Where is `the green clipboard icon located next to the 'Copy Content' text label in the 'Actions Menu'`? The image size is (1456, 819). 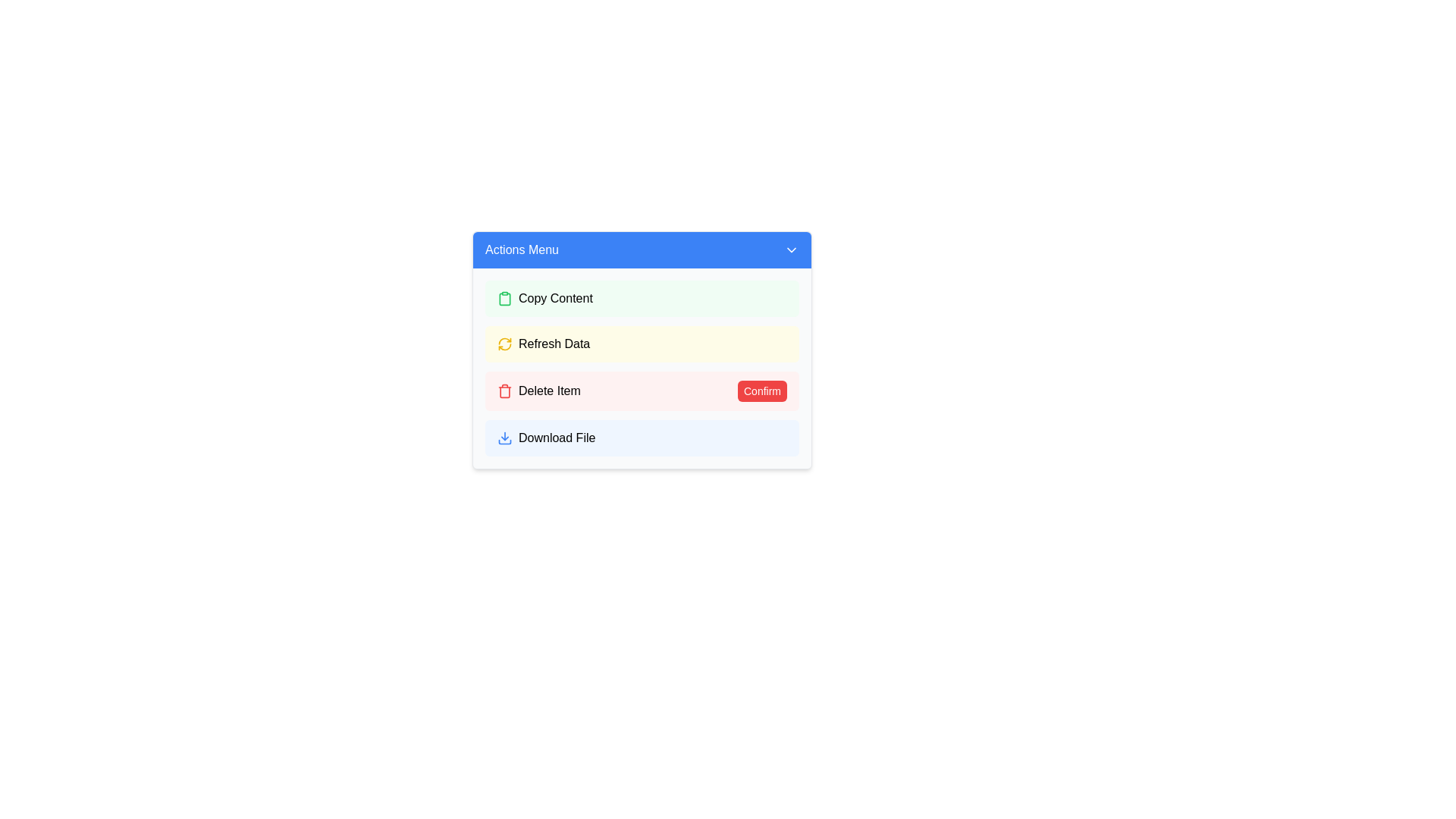
the green clipboard icon located next to the 'Copy Content' text label in the 'Actions Menu' is located at coordinates (505, 298).